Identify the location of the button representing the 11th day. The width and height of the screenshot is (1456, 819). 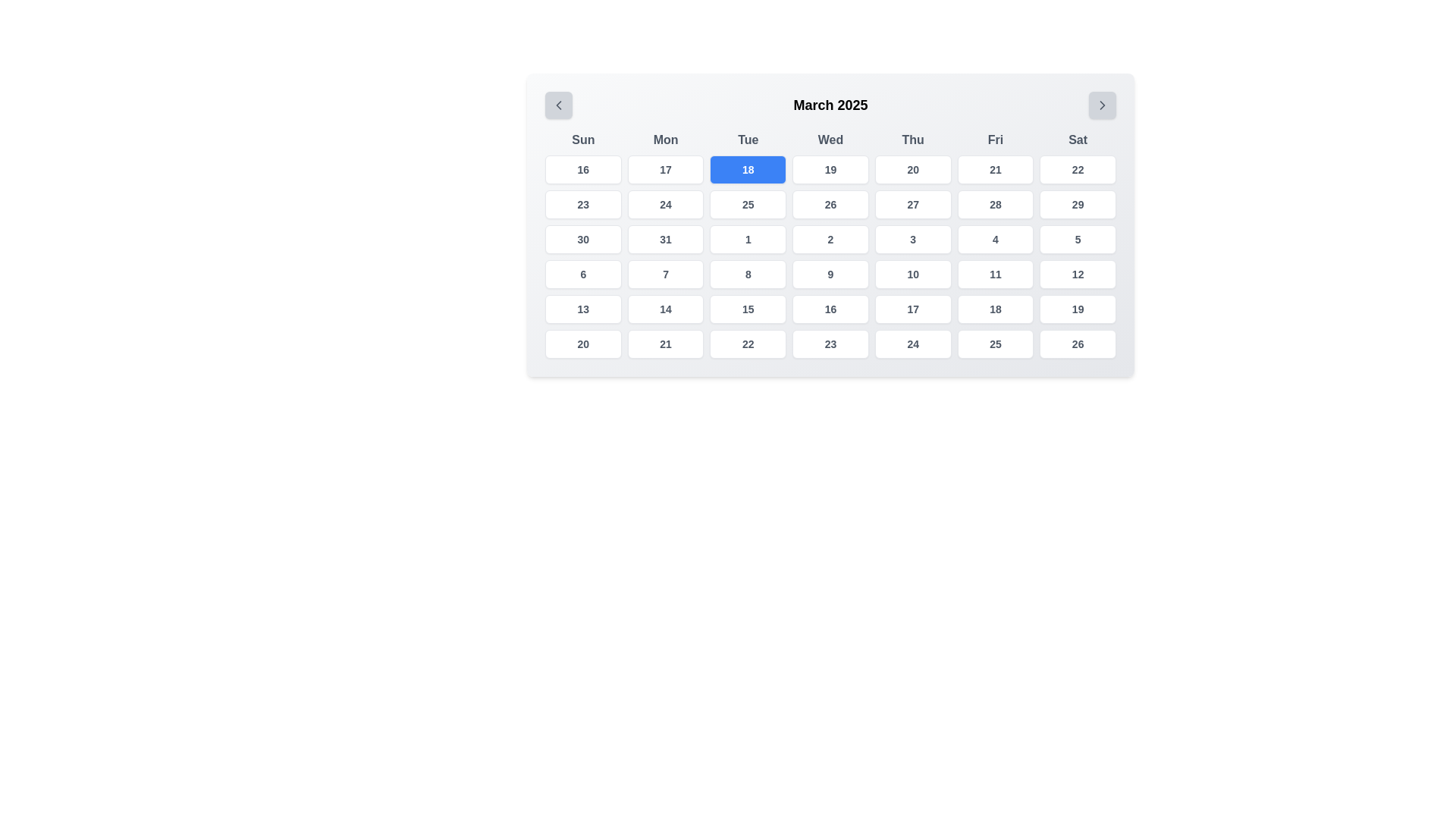
(995, 275).